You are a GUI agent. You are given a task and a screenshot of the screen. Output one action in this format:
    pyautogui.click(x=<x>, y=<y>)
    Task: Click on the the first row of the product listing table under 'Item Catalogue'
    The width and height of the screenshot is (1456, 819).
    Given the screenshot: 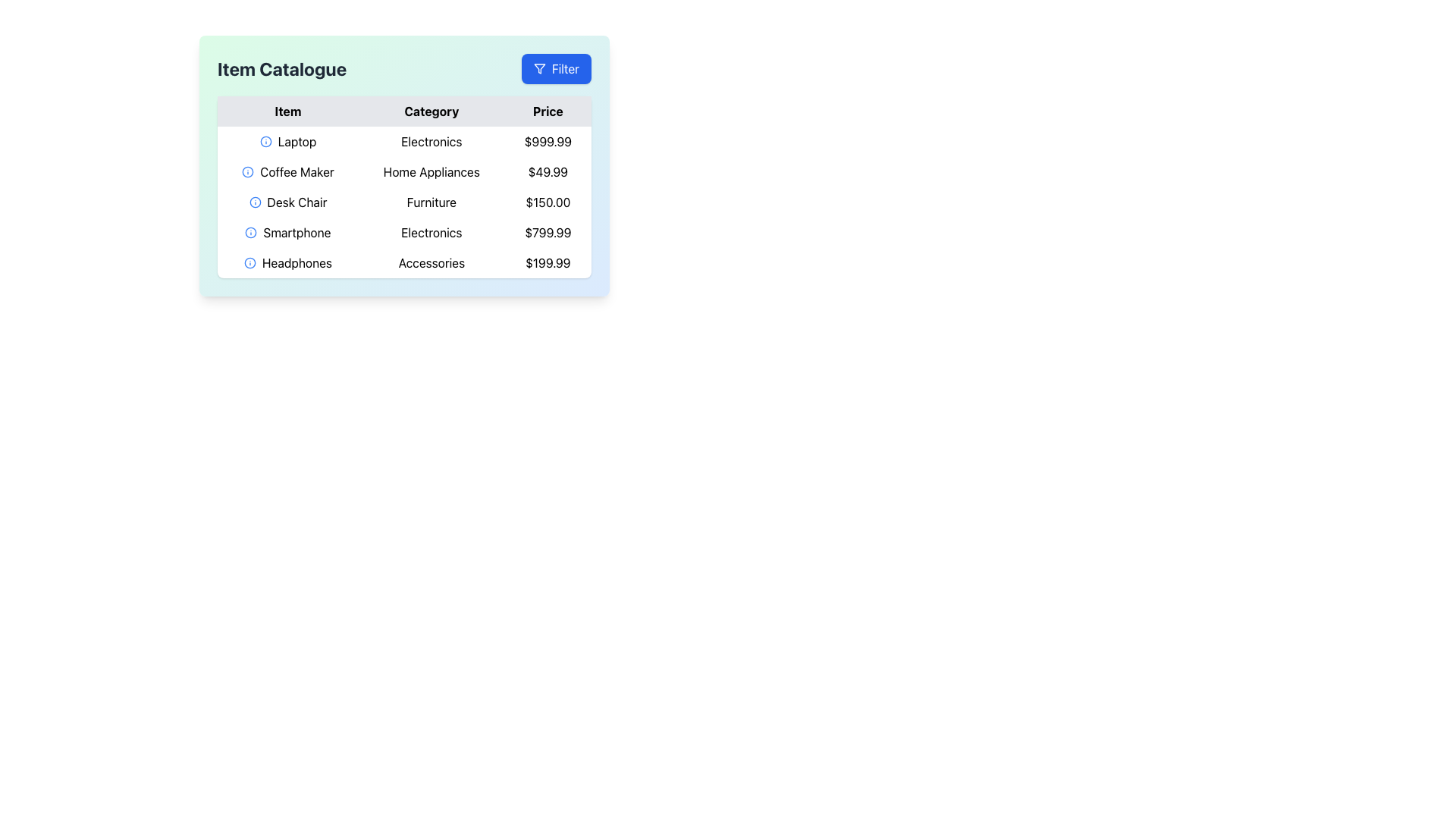 What is the action you would take?
    pyautogui.click(x=404, y=141)
    